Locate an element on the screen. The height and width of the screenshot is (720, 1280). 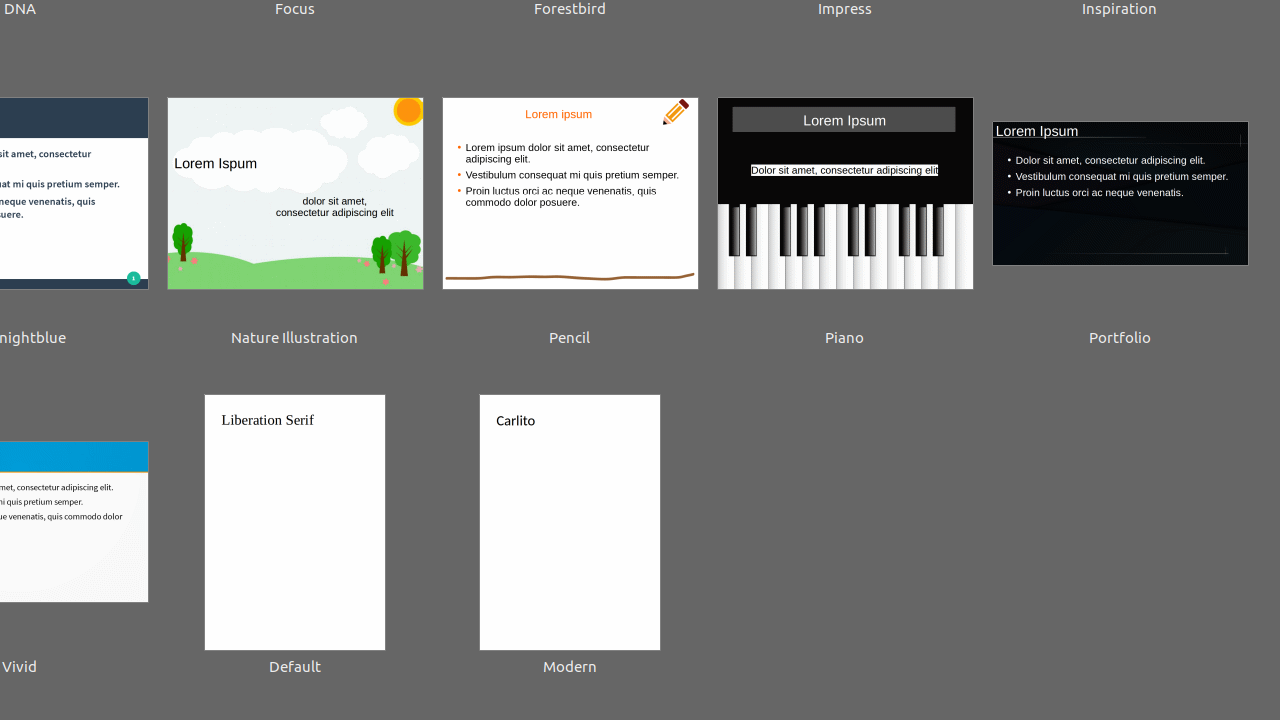
'Pencil' is located at coordinates (568, 208).